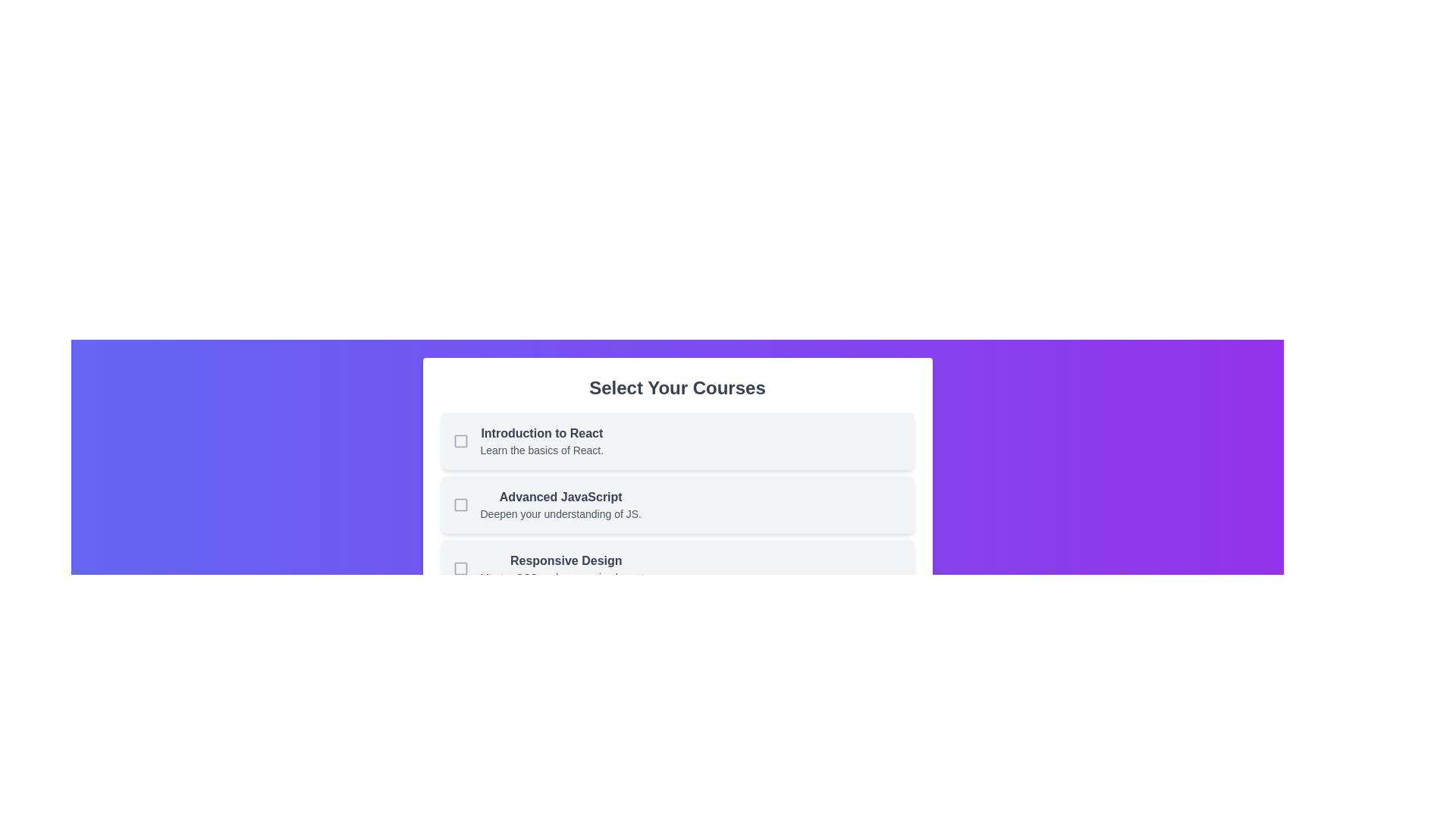  What do you see at coordinates (460, 568) in the screenshot?
I see `the checkbox corresponding to the course titled 'Responsive Design'` at bounding box center [460, 568].